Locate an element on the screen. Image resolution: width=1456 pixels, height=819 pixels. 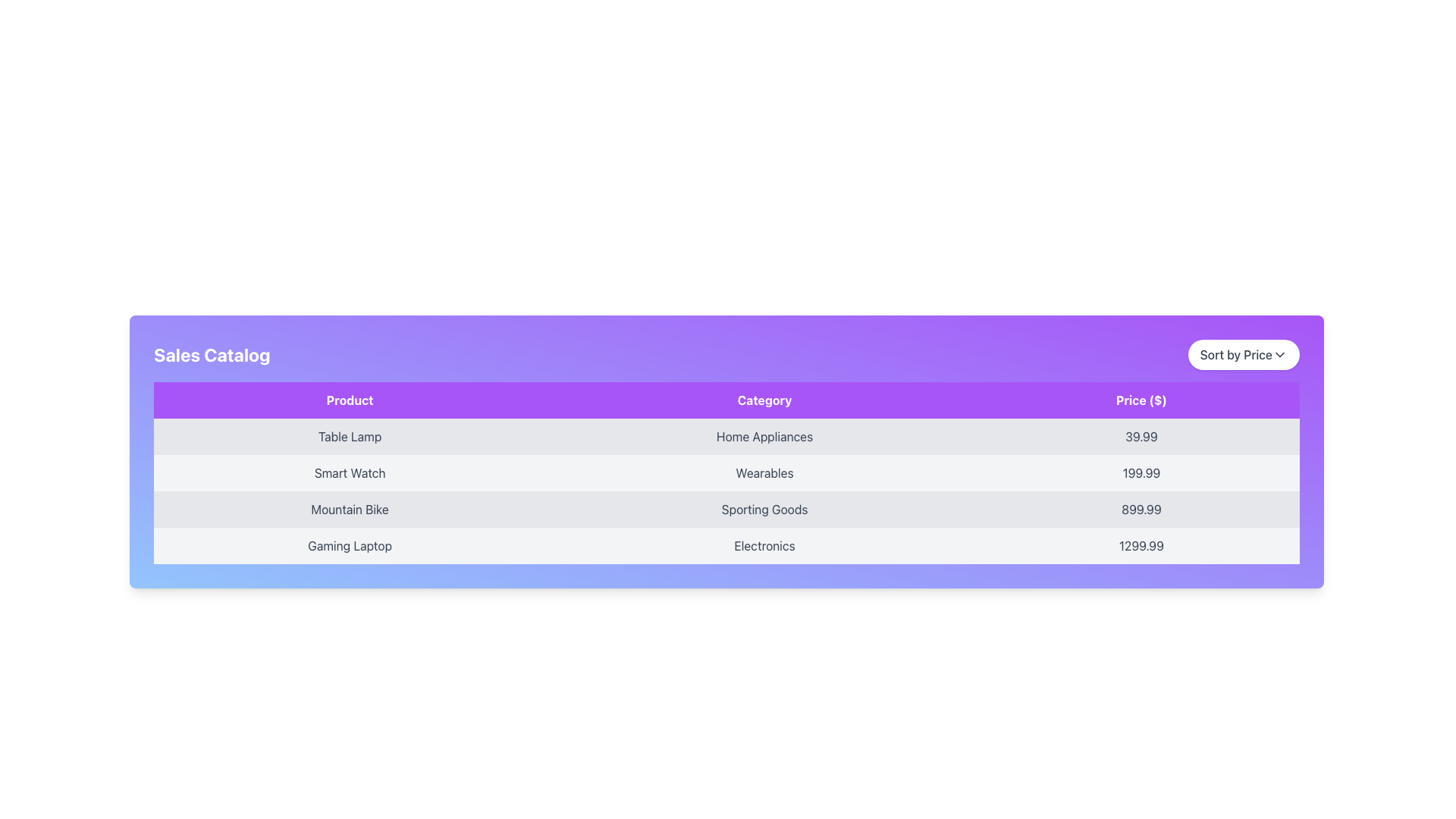
the static text label that categorizes the 'Gaming Laptop' within the 'Electronics' category, located in the fourth row, second column of the table is located at coordinates (764, 546).